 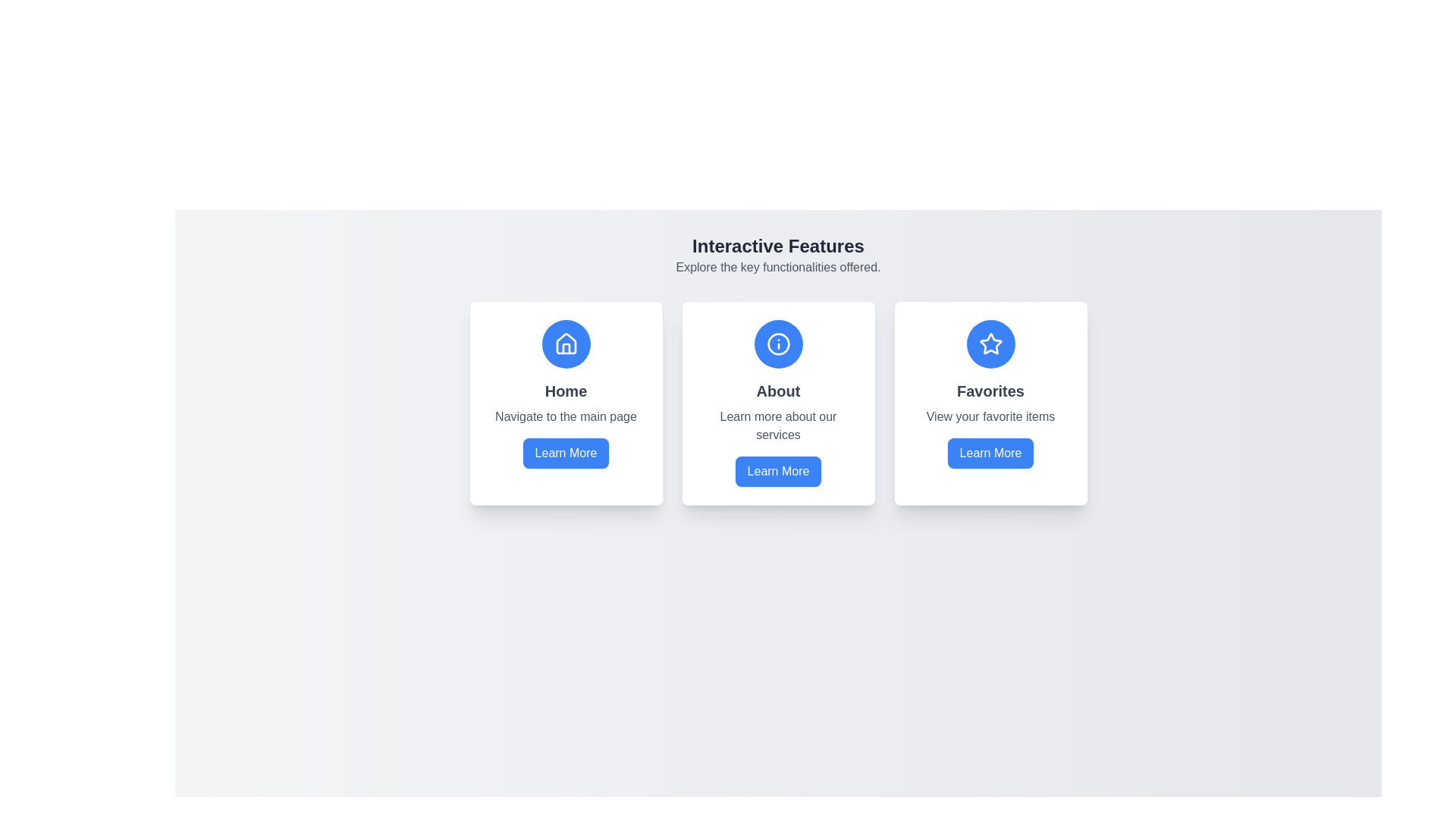 What do you see at coordinates (778, 344) in the screenshot?
I see `the circular 'info' icon located at the center of the 'About' card, which is the second card in a group of three horizontally aligned cards` at bounding box center [778, 344].